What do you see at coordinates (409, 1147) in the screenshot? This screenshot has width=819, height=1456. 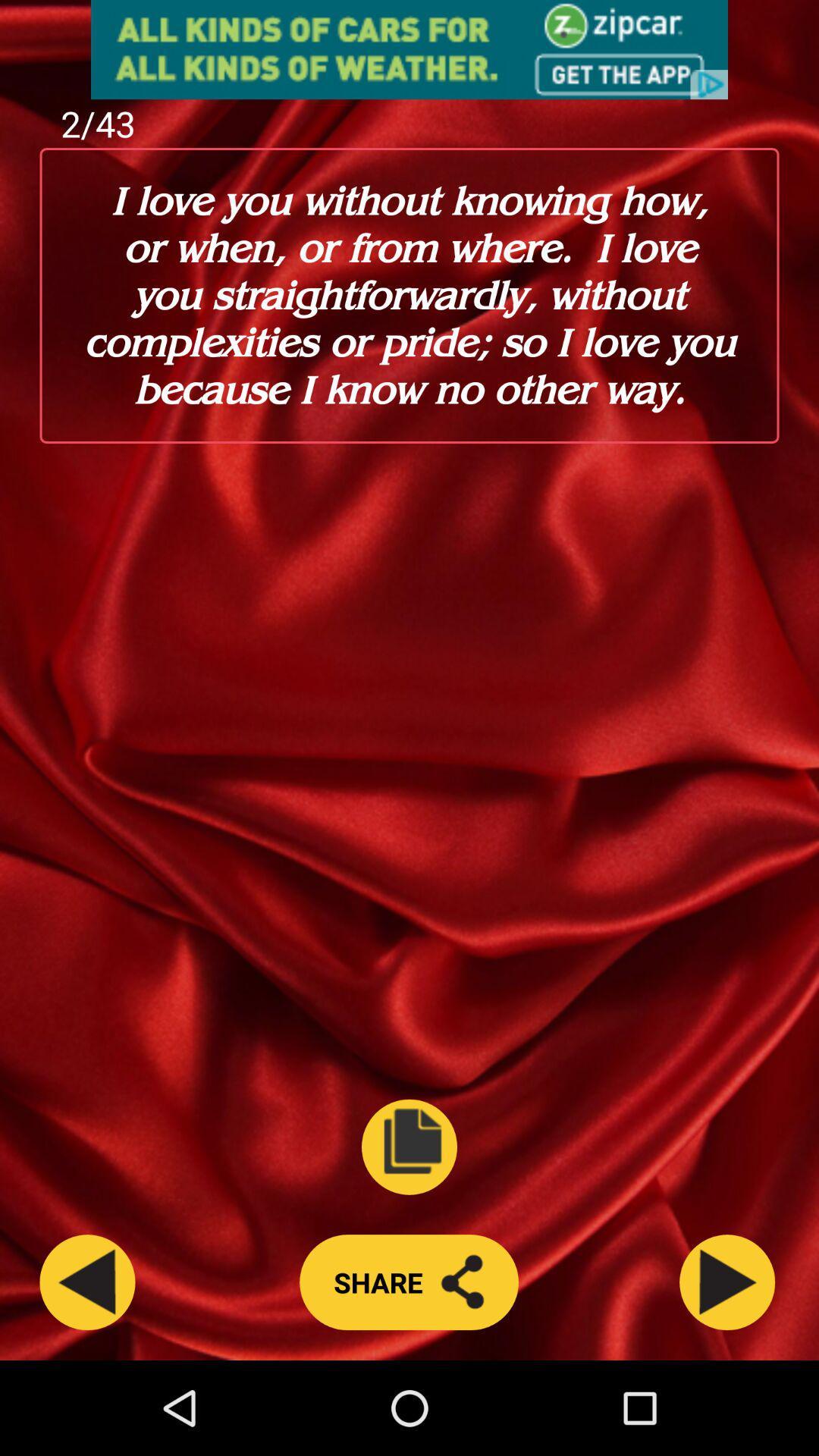 I see `the content` at bounding box center [409, 1147].